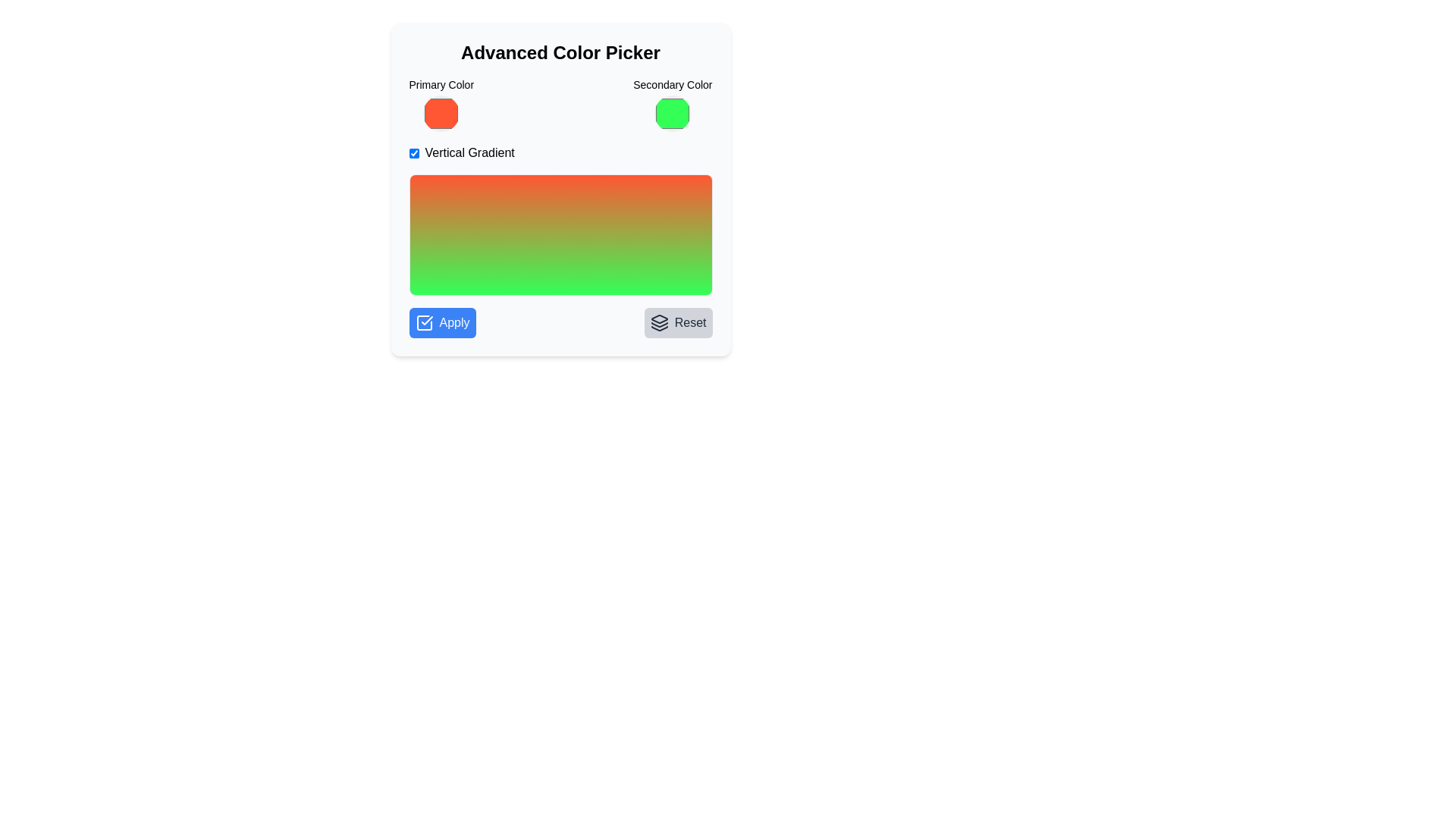  Describe the element at coordinates (469, 152) in the screenshot. I see `the 'Vertical Gradient' text label, which is styled with a standard black font and located next to a checkbox in a form-like group` at that location.